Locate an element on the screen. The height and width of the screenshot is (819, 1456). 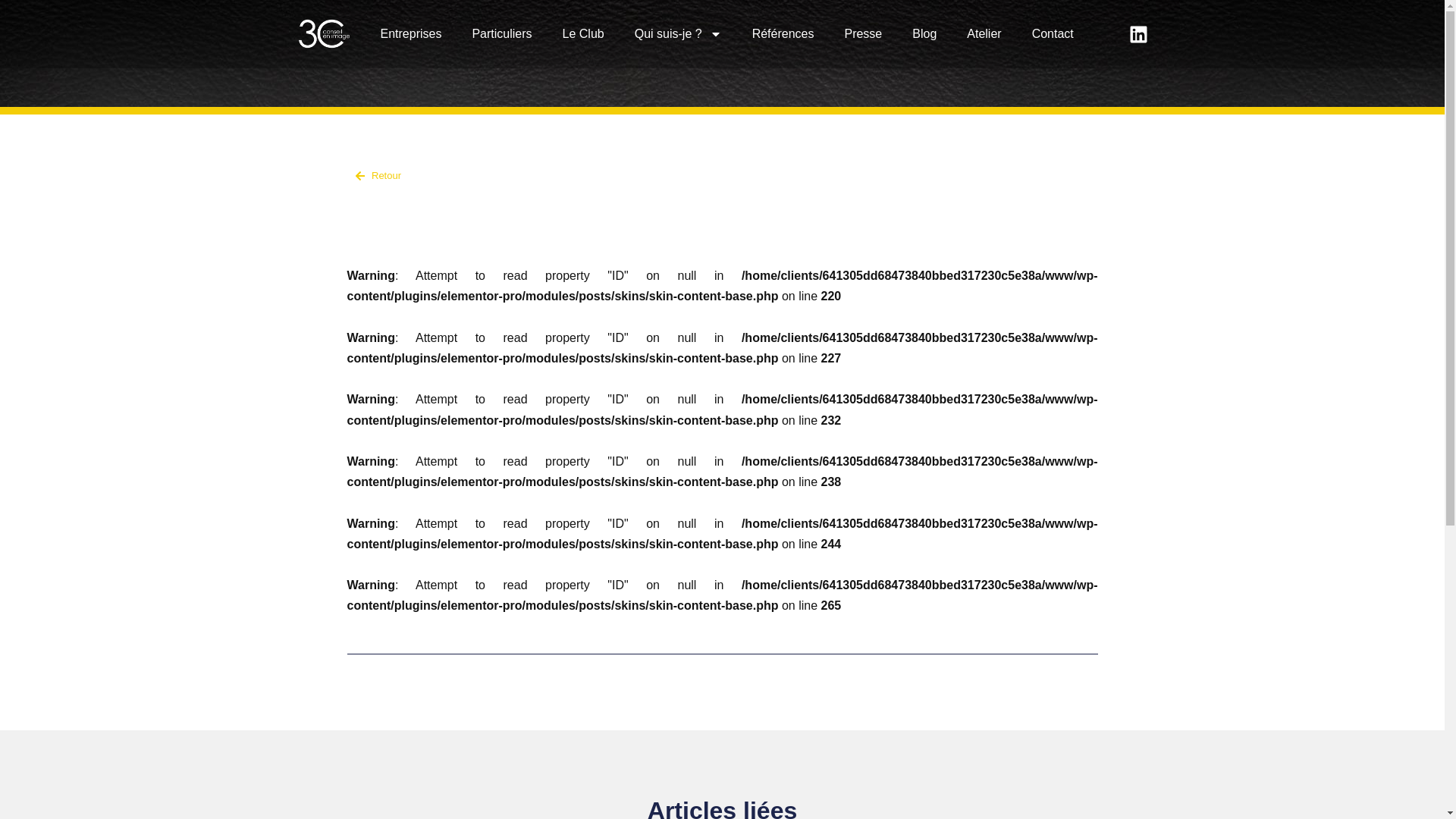
'Blog' is located at coordinates (924, 34).